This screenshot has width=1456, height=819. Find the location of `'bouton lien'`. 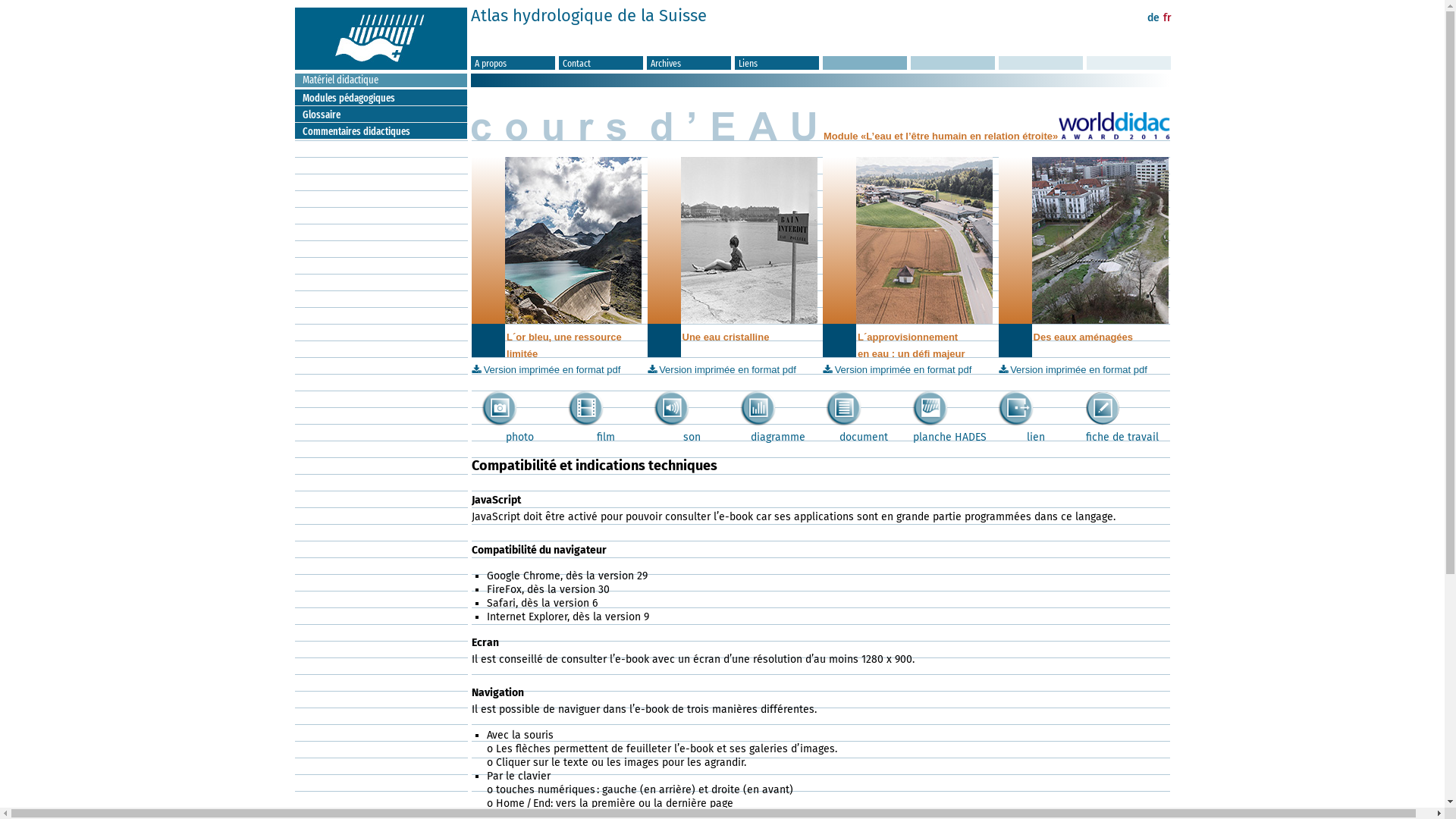

'bouton lien' is located at coordinates (1015, 407).